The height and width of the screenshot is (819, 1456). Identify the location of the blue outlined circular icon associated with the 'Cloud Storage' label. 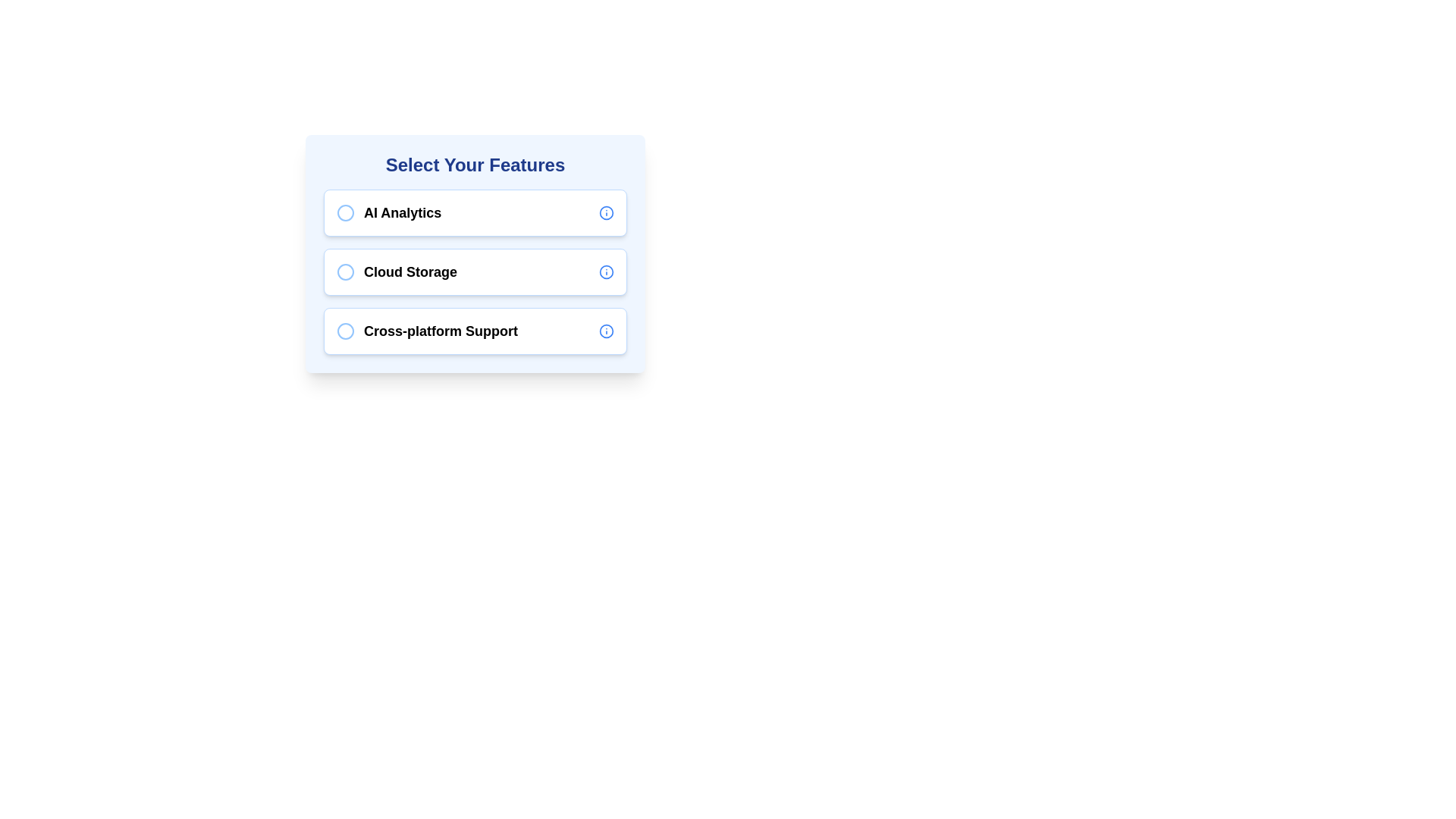
(345, 271).